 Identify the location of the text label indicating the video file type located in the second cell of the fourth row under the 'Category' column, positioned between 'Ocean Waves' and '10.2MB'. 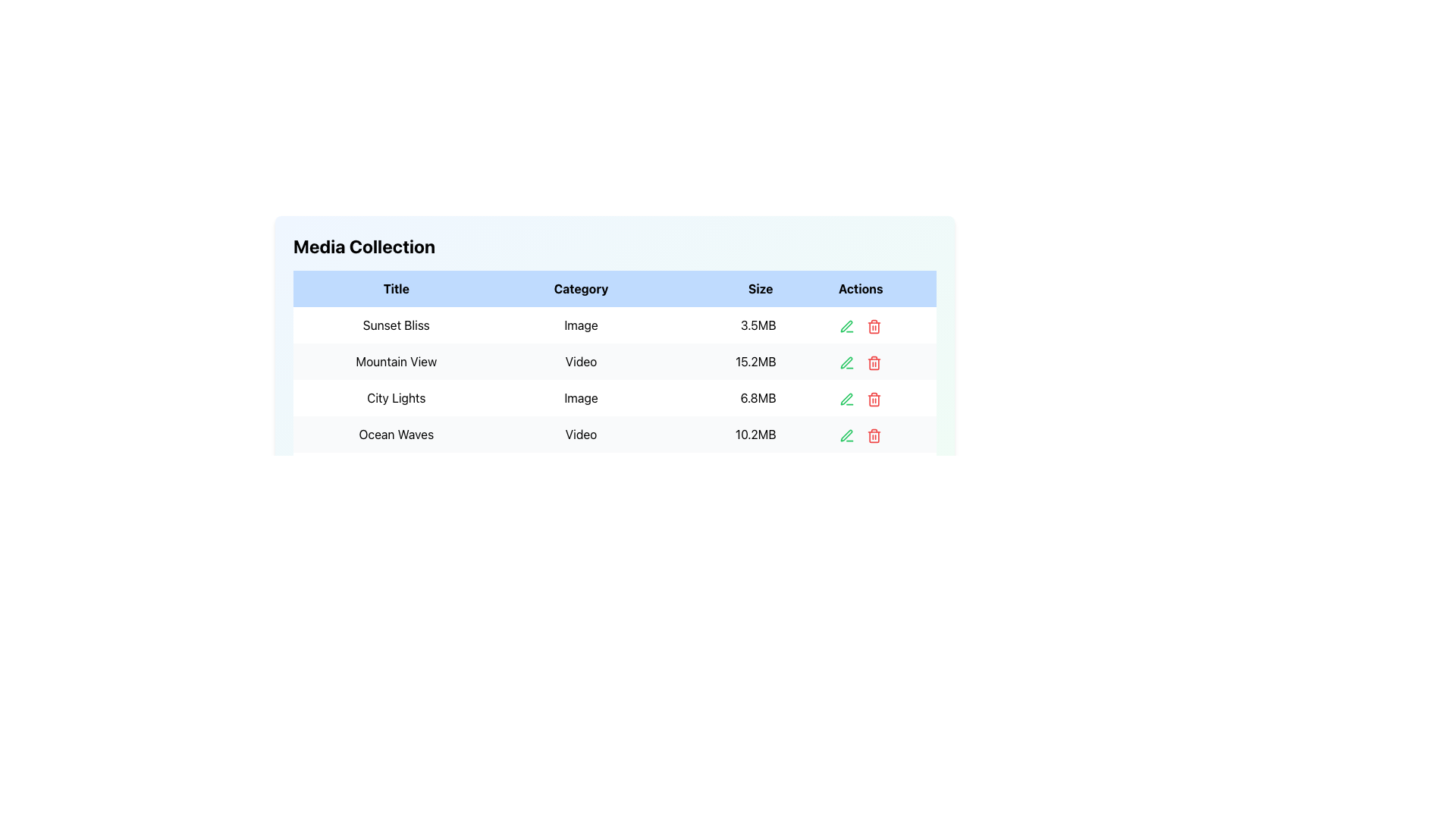
(580, 435).